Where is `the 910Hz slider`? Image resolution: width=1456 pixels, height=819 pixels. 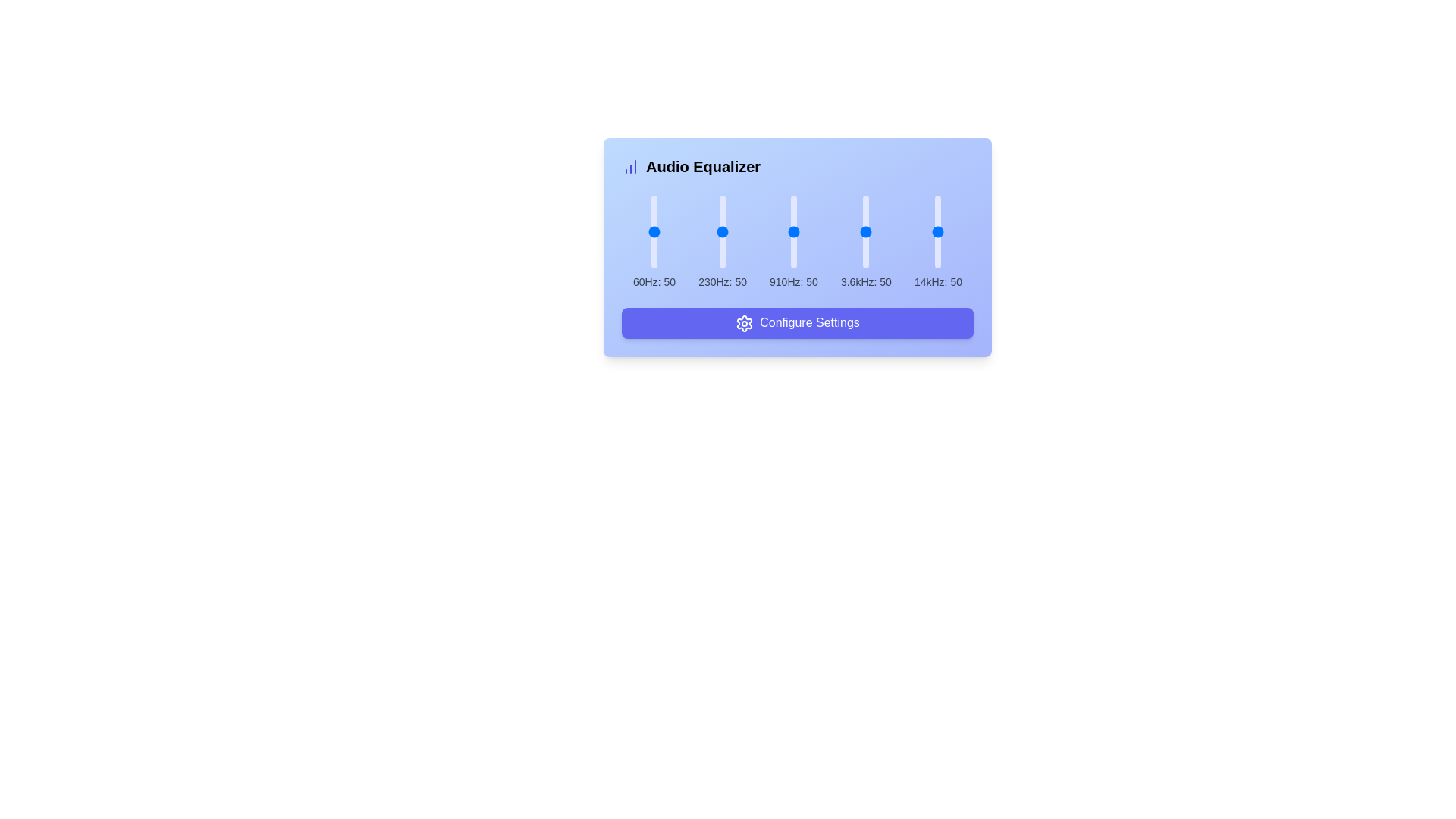 the 910Hz slider is located at coordinates (792, 248).